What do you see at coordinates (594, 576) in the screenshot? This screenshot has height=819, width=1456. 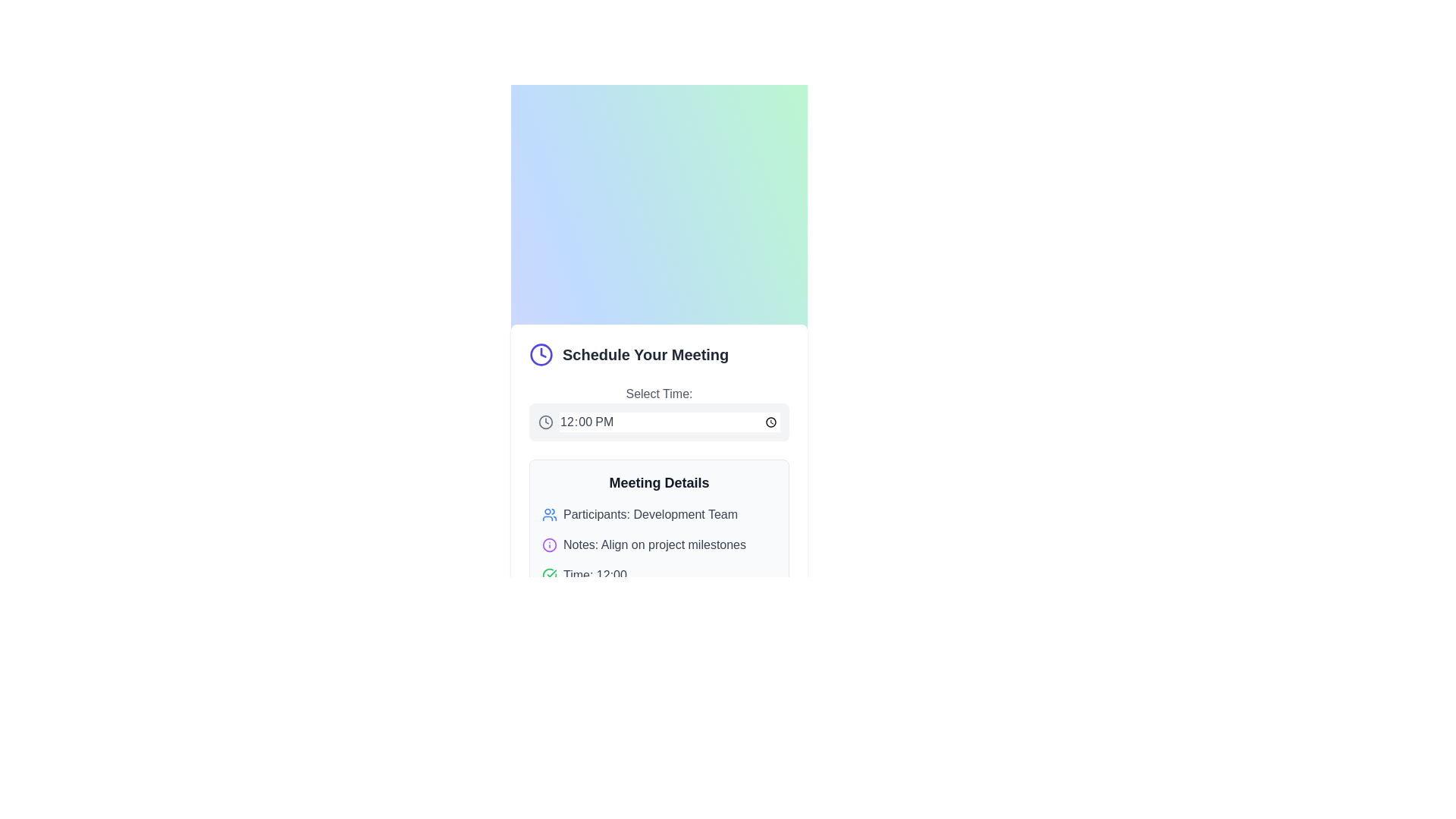 I see `the text label that displays 'Time: 12:00', which is positioned to the right of a green checkmark icon in the lower-middle section of the 'Meeting Details' card layout` at bounding box center [594, 576].